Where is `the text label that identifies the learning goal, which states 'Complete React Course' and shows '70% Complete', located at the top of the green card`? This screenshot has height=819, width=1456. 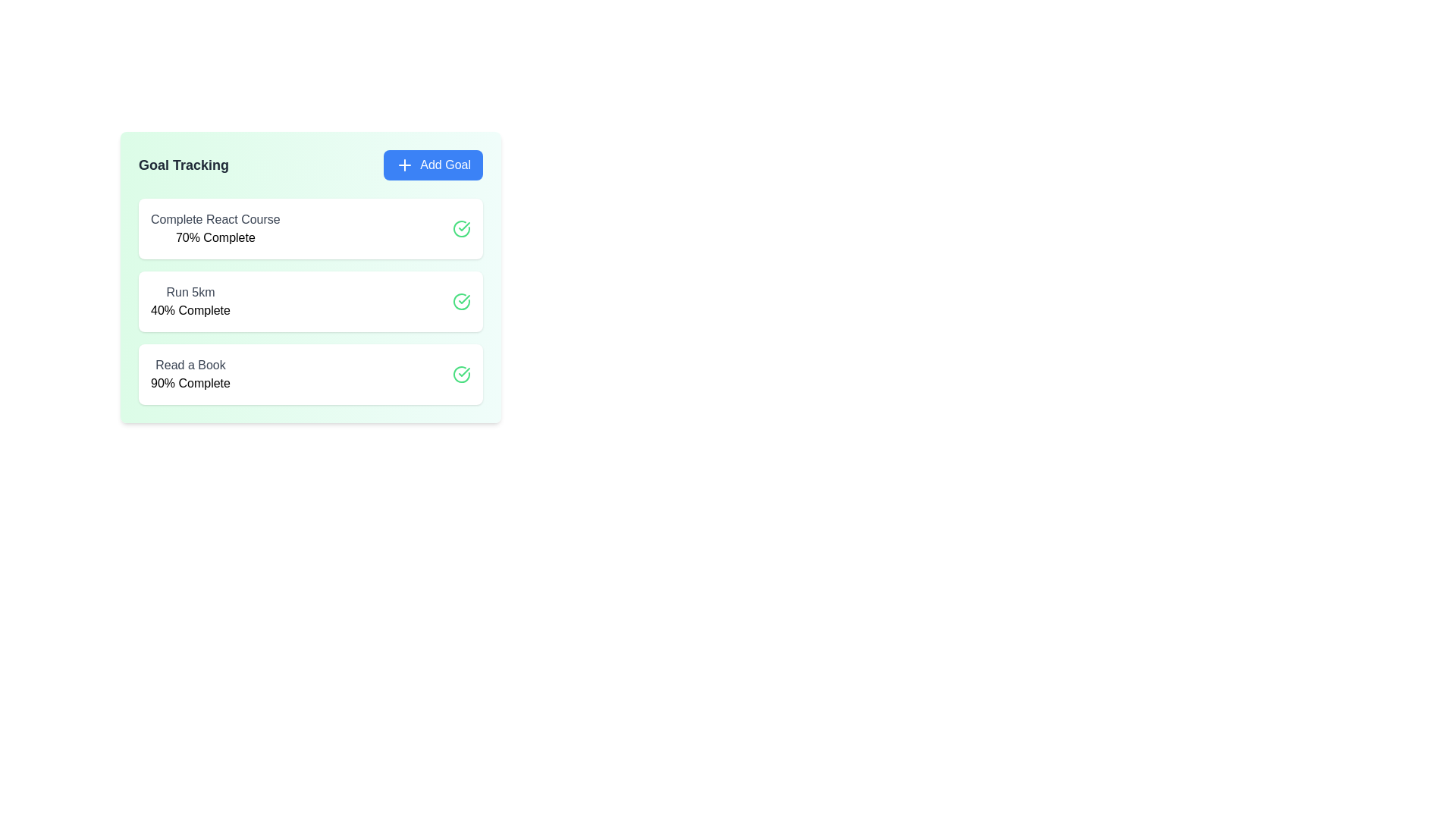 the text label that identifies the learning goal, which states 'Complete React Course' and shows '70% Complete', located at the top of the green card is located at coordinates (215, 219).